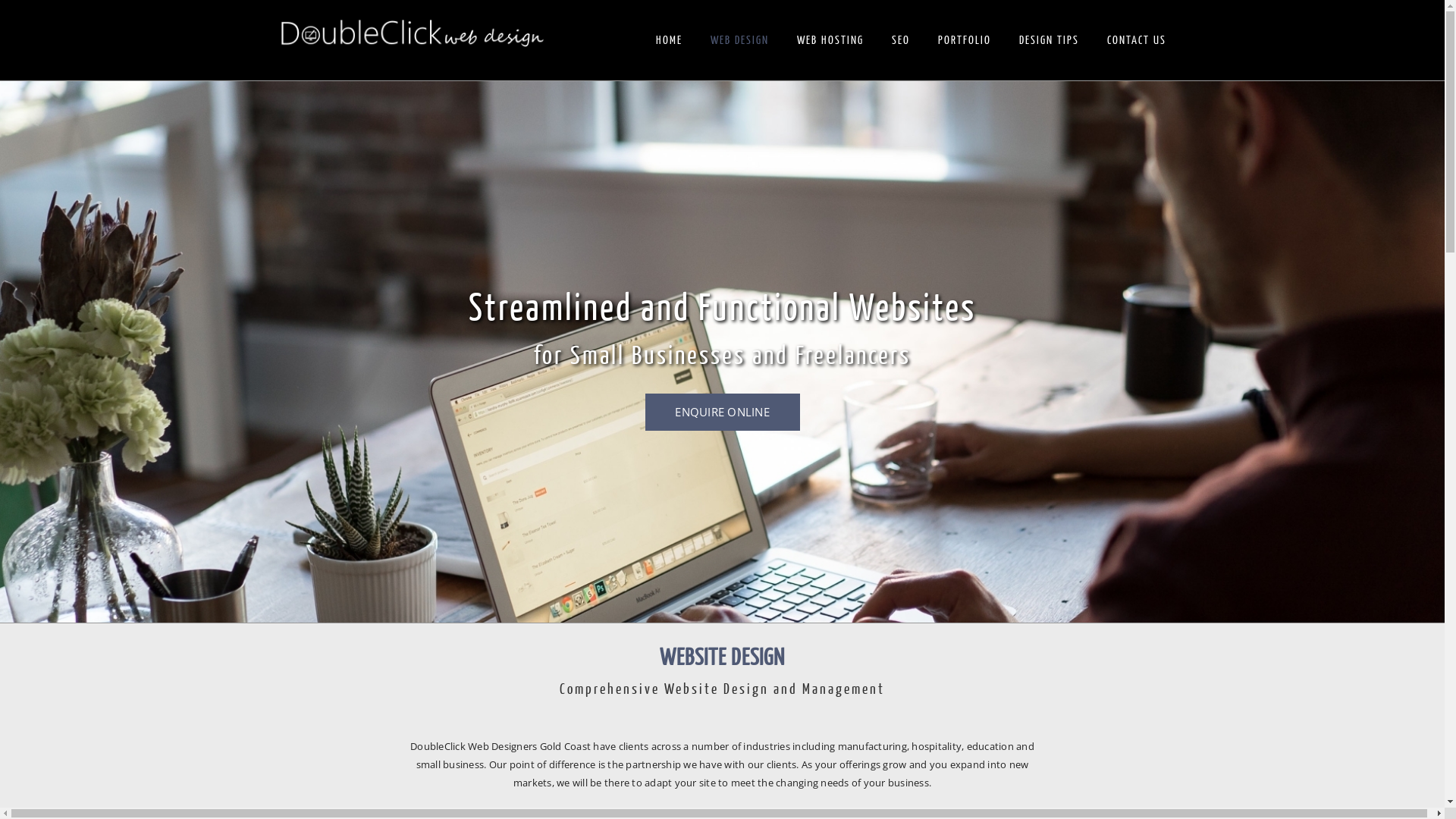 Image resolution: width=1456 pixels, height=819 pixels. What do you see at coordinates (1136, 40) in the screenshot?
I see `'CONTACT US'` at bounding box center [1136, 40].